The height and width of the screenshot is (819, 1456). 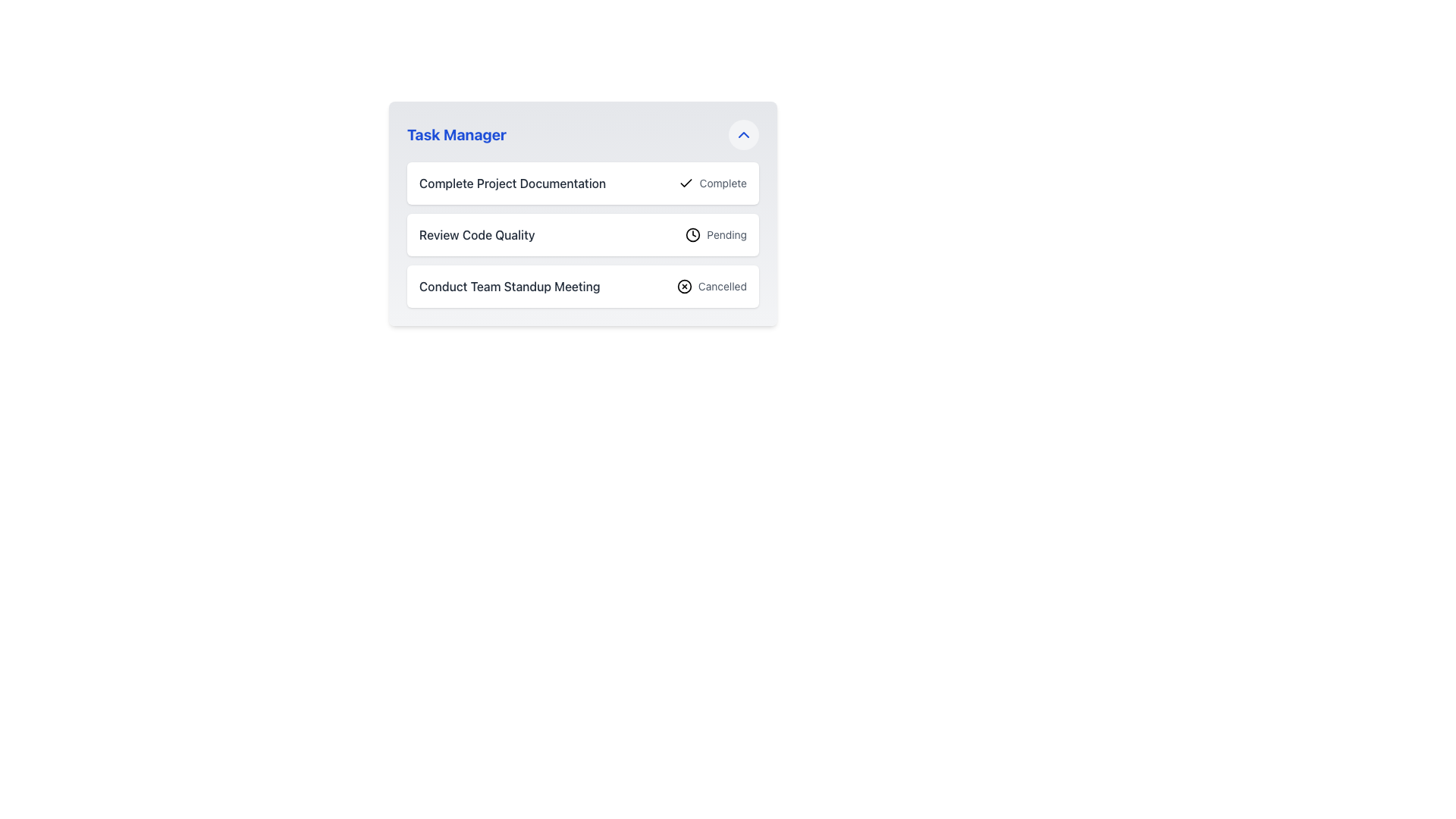 I want to click on the circular icon base that serves as the background for the cancel/cross icon, indicating a negative status, located at the lower right corner of the 'Conduct Team Standup Meeting' task entry in the Task Manager interface, so click(x=683, y=287).